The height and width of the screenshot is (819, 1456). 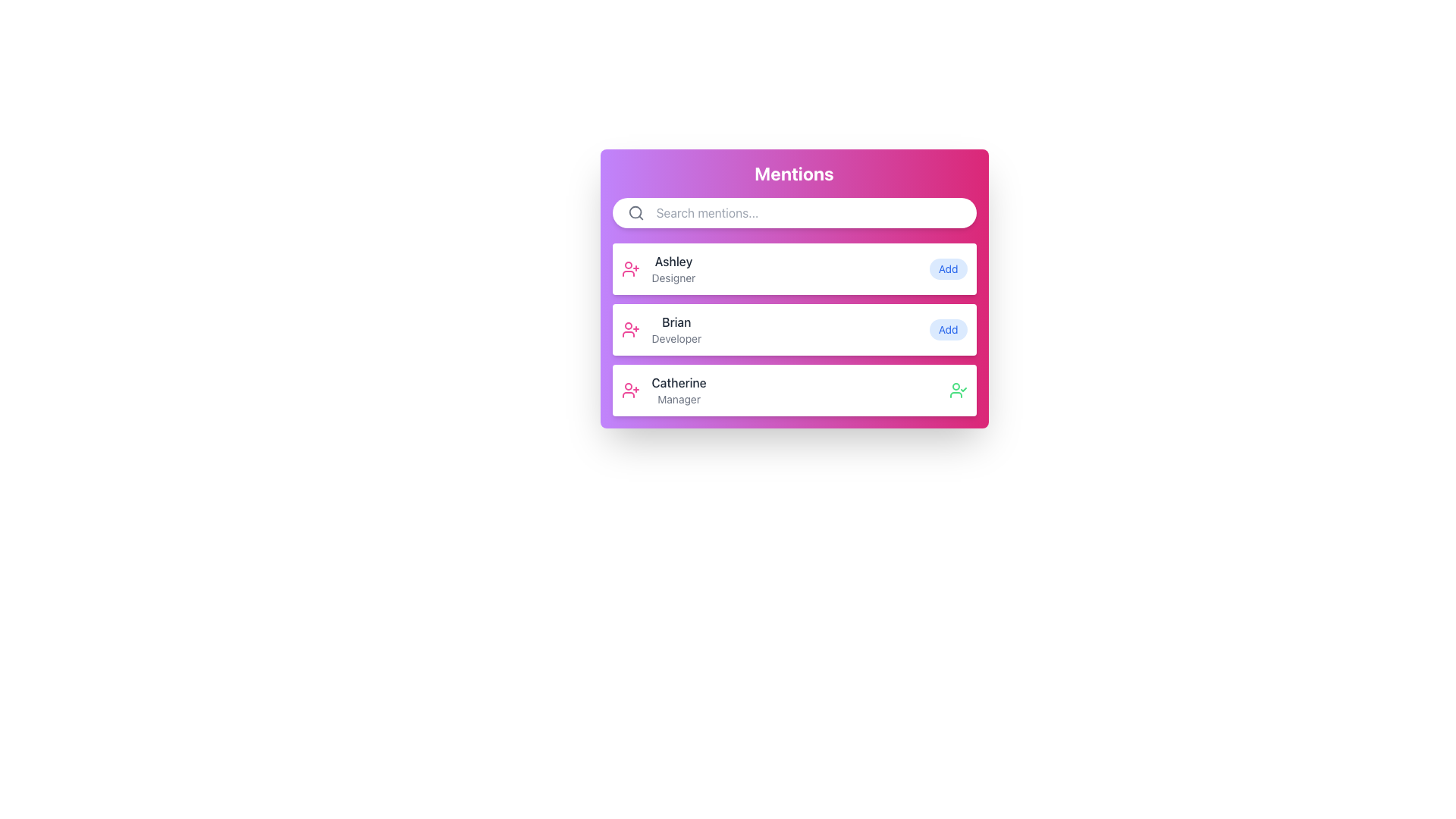 I want to click on the user icon with a plus symbol, styled in pink and having a rounded outline, located above the text 'Ashley' in the UI, so click(x=630, y=268).